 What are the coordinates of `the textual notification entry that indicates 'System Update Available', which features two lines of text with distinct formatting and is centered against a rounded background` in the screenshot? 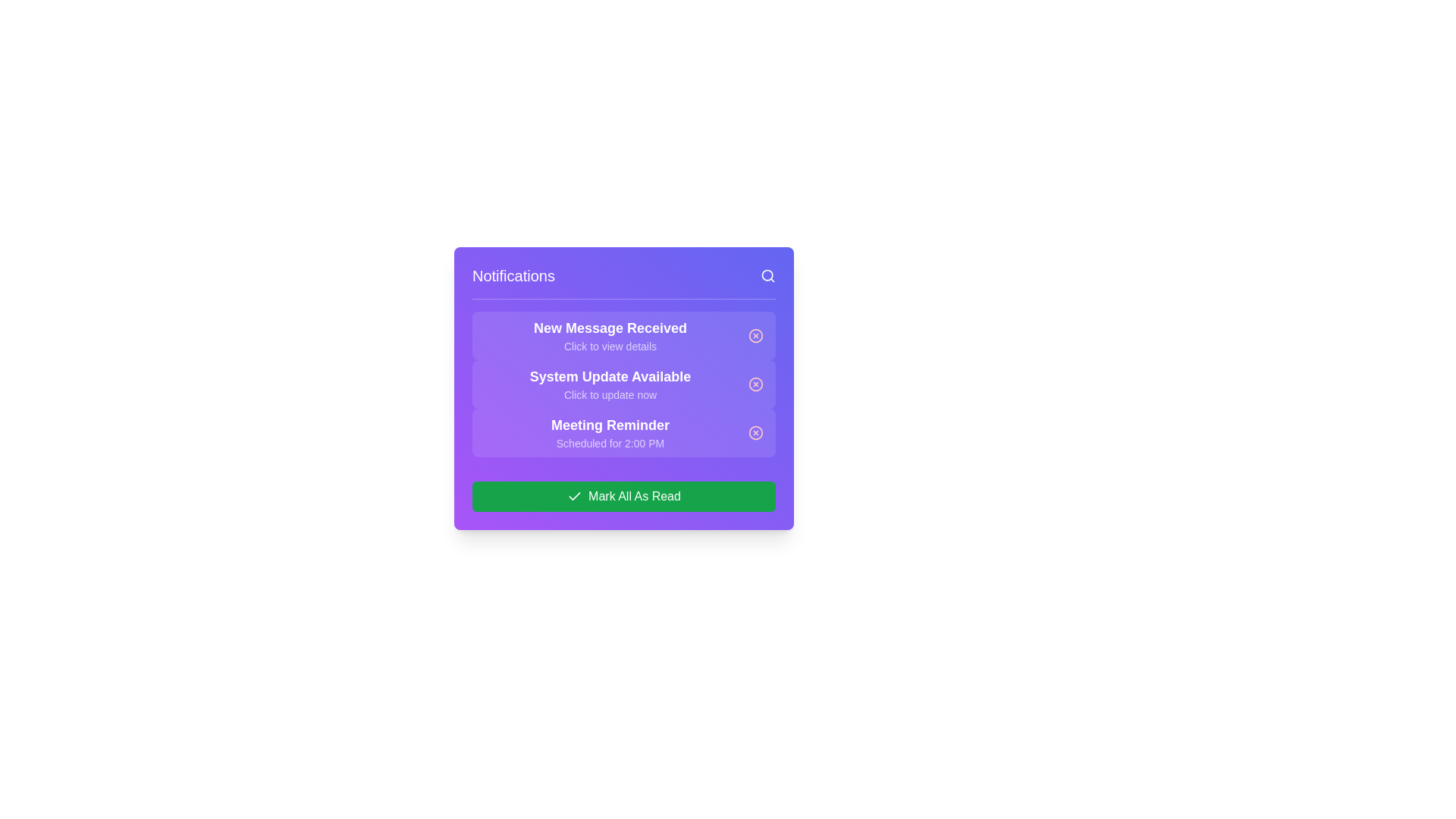 It's located at (610, 383).